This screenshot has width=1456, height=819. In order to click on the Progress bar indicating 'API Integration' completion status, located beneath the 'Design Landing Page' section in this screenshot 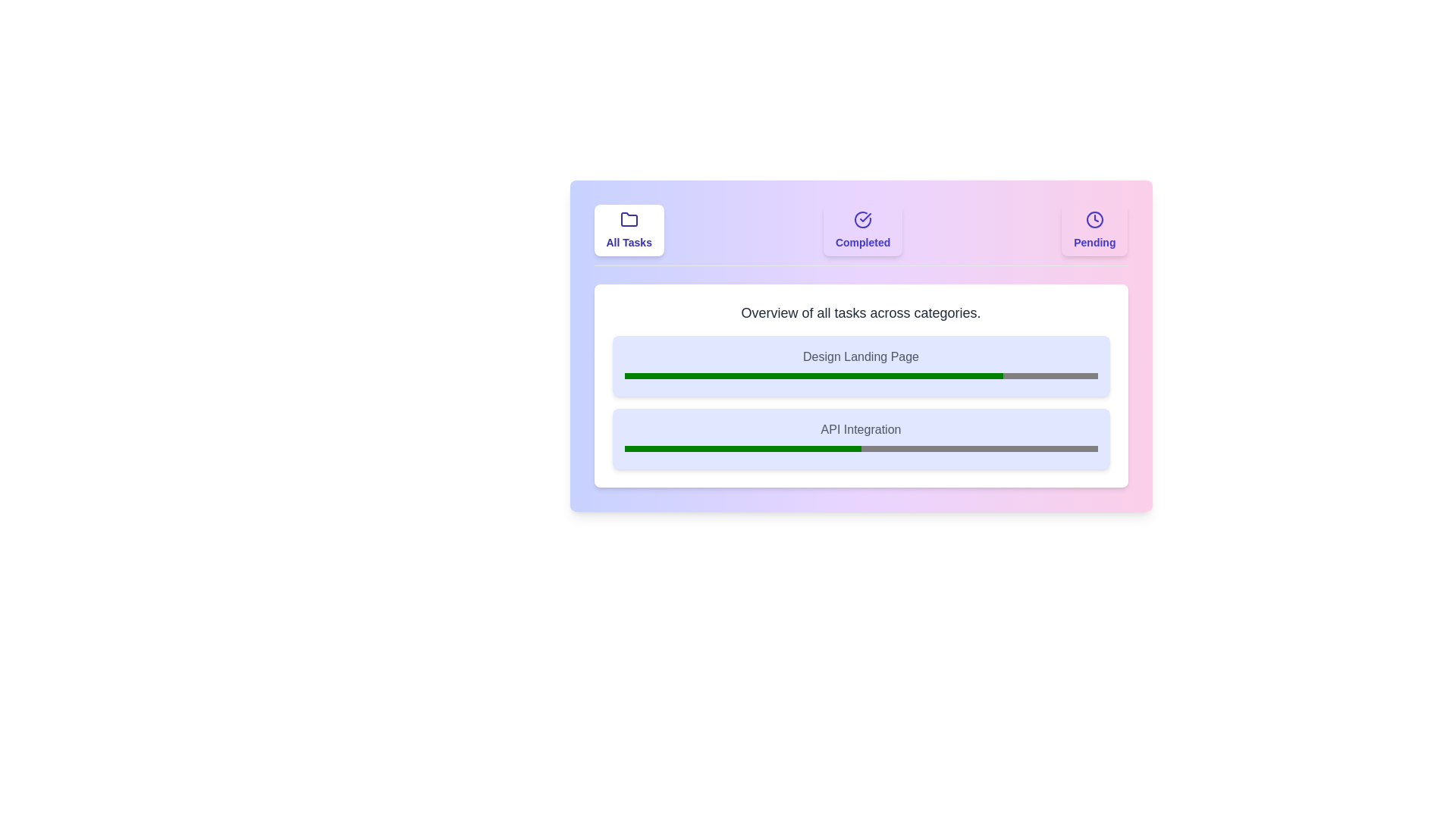, I will do `click(861, 438)`.